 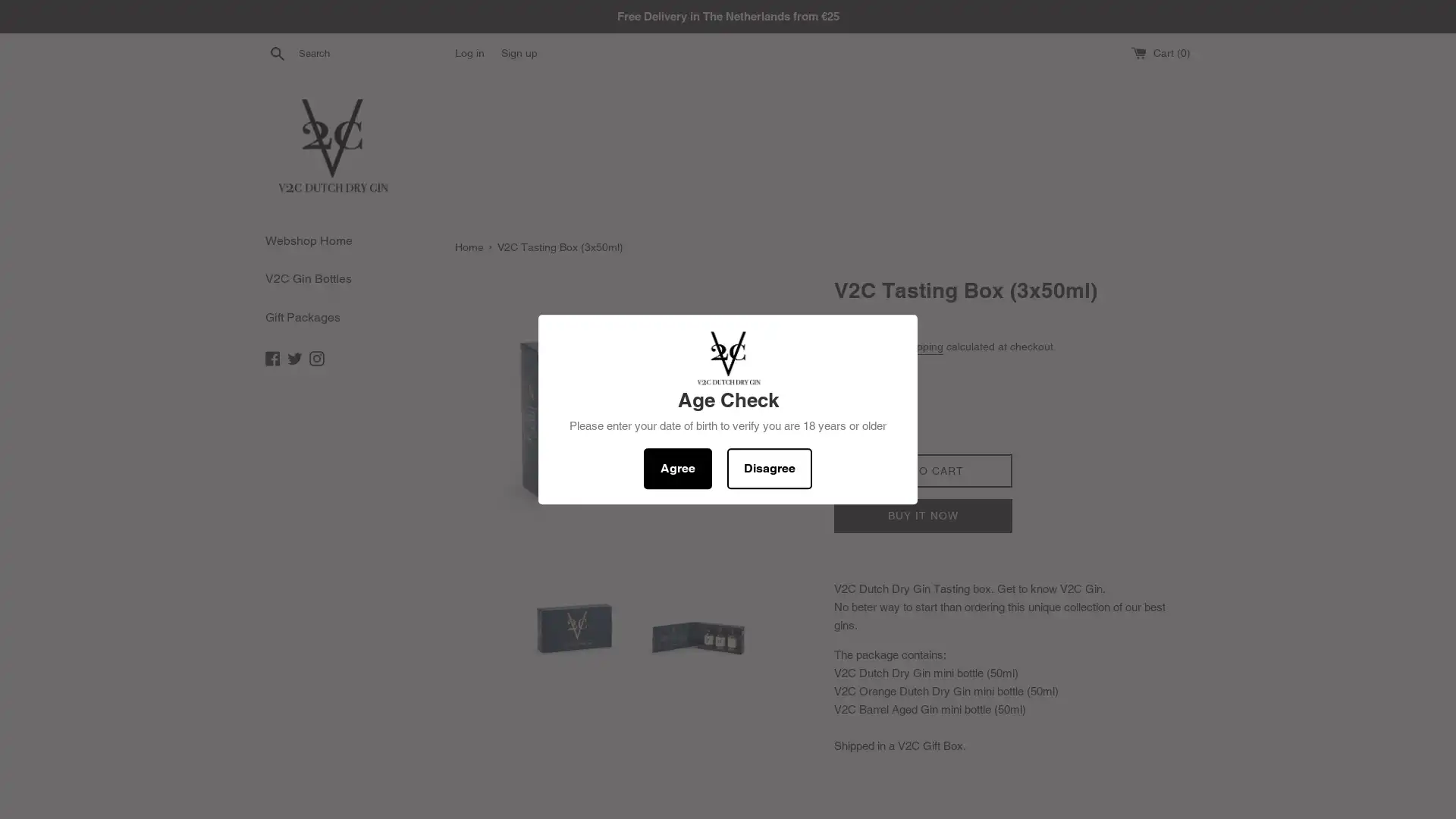 What do you see at coordinates (922, 514) in the screenshot?
I see `BUY IT NOW` at bounding box center [922, 514].